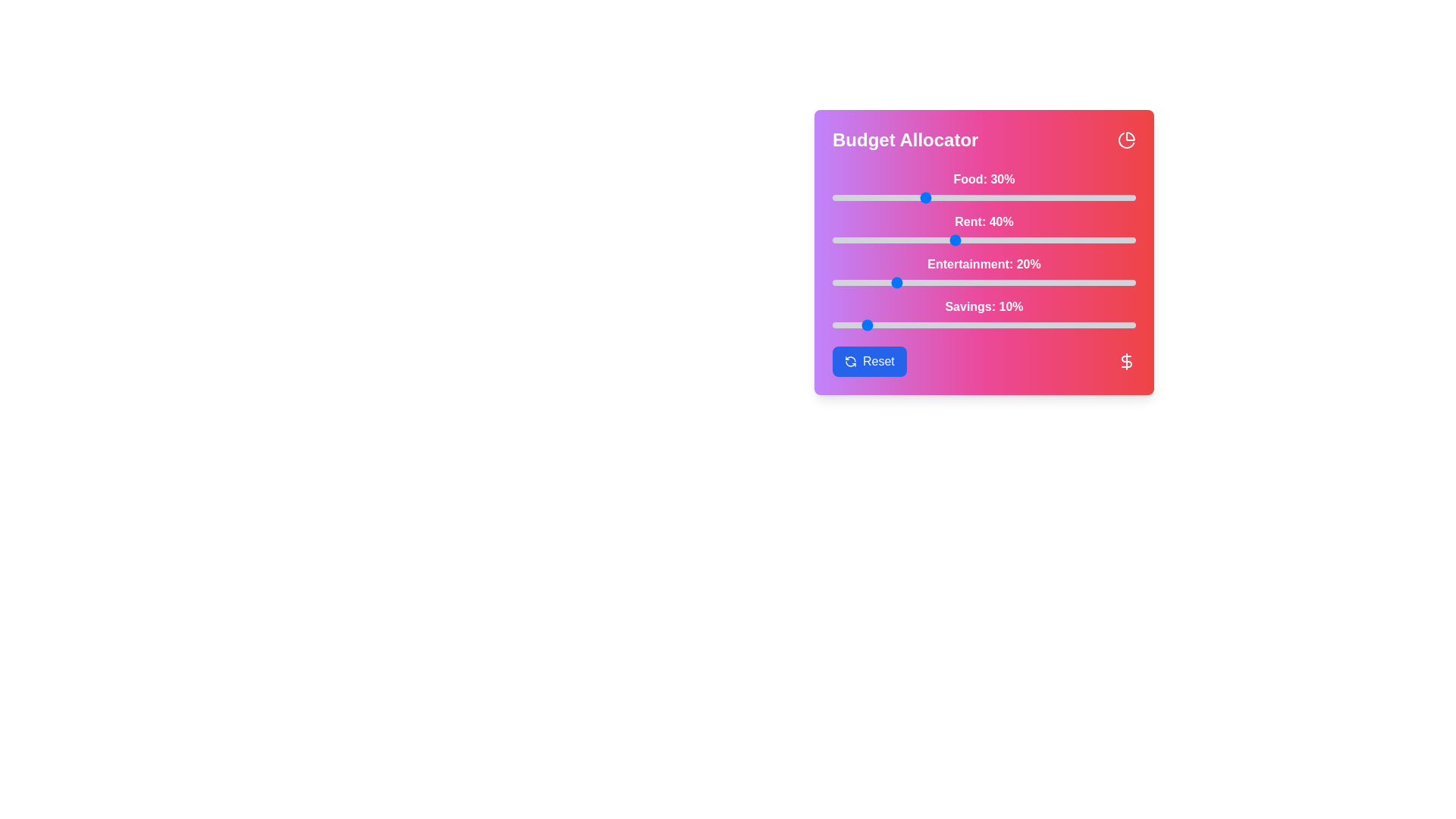  Describe the element at coordinates (1008, 239) in the screenshot. I see `the rent slider` at that location.